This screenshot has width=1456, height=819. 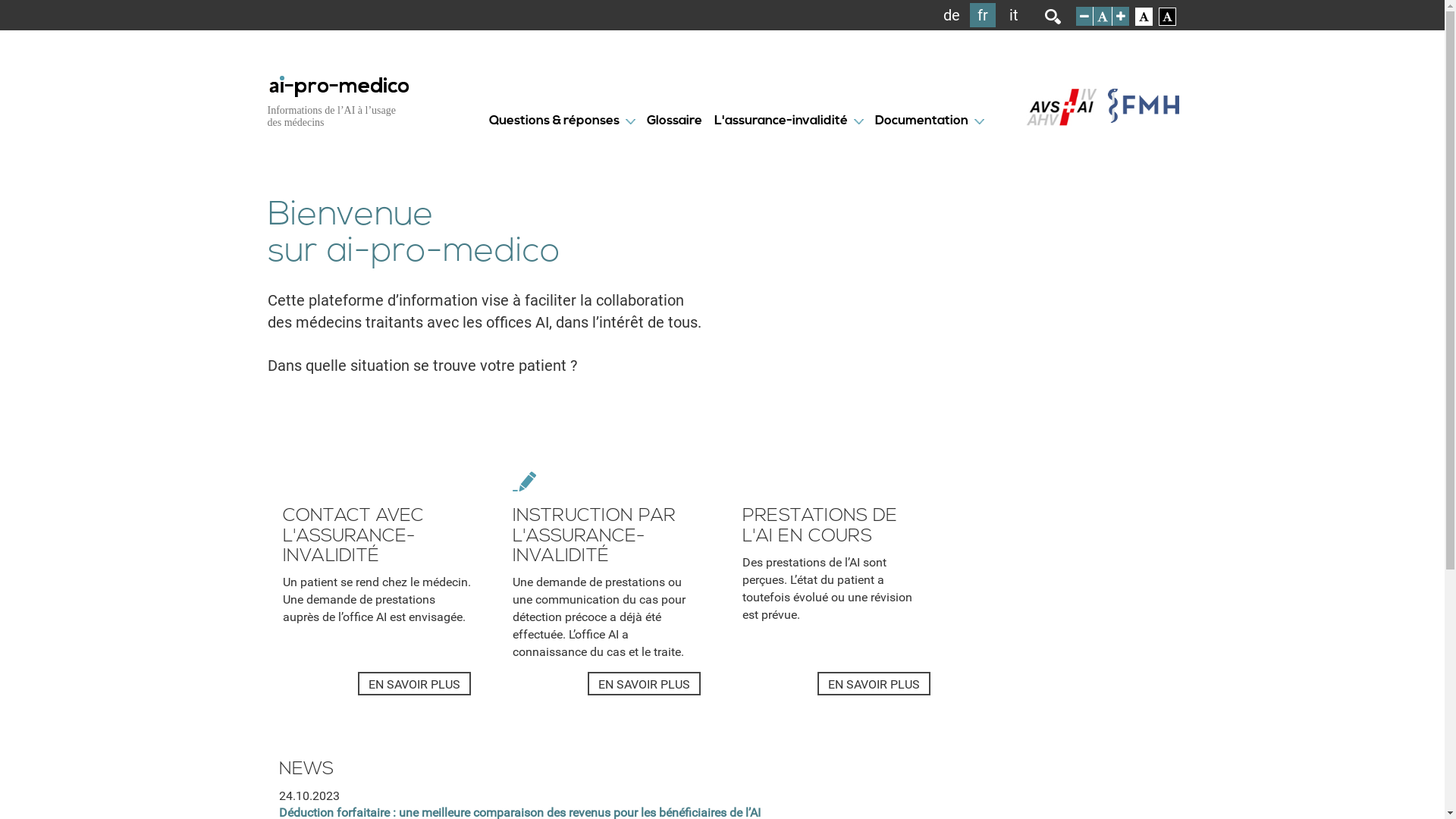 What do you see at coordinates (950, 14) in the screenshot?
I see `'de'` at bounding box center [950, 14].